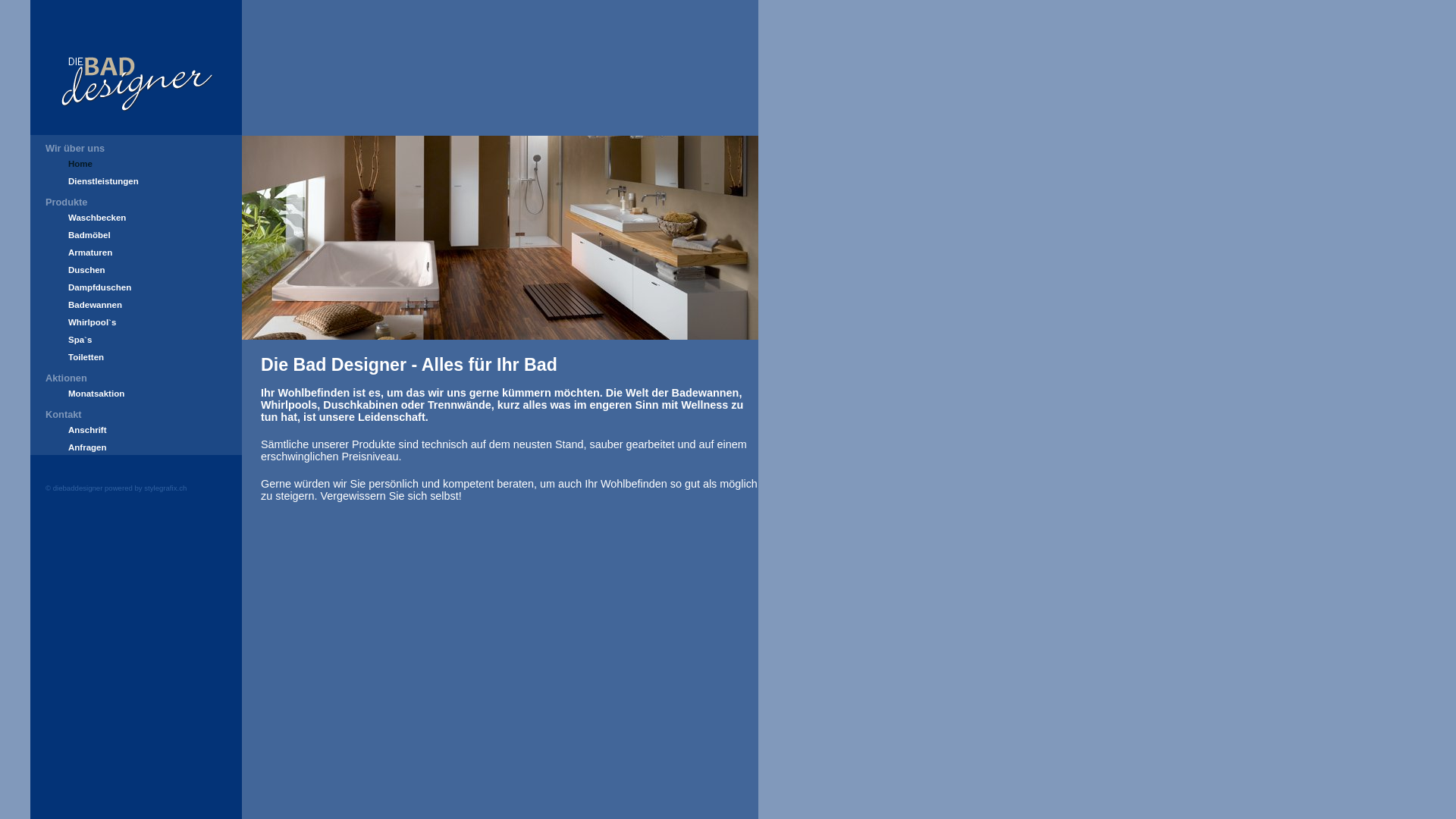 The height and width of the screenshot is (819, 1456). What do you see at coordinates (94, 304) in the screenshot?
I see `'Badewannen'` at bounding box center [94, 304].